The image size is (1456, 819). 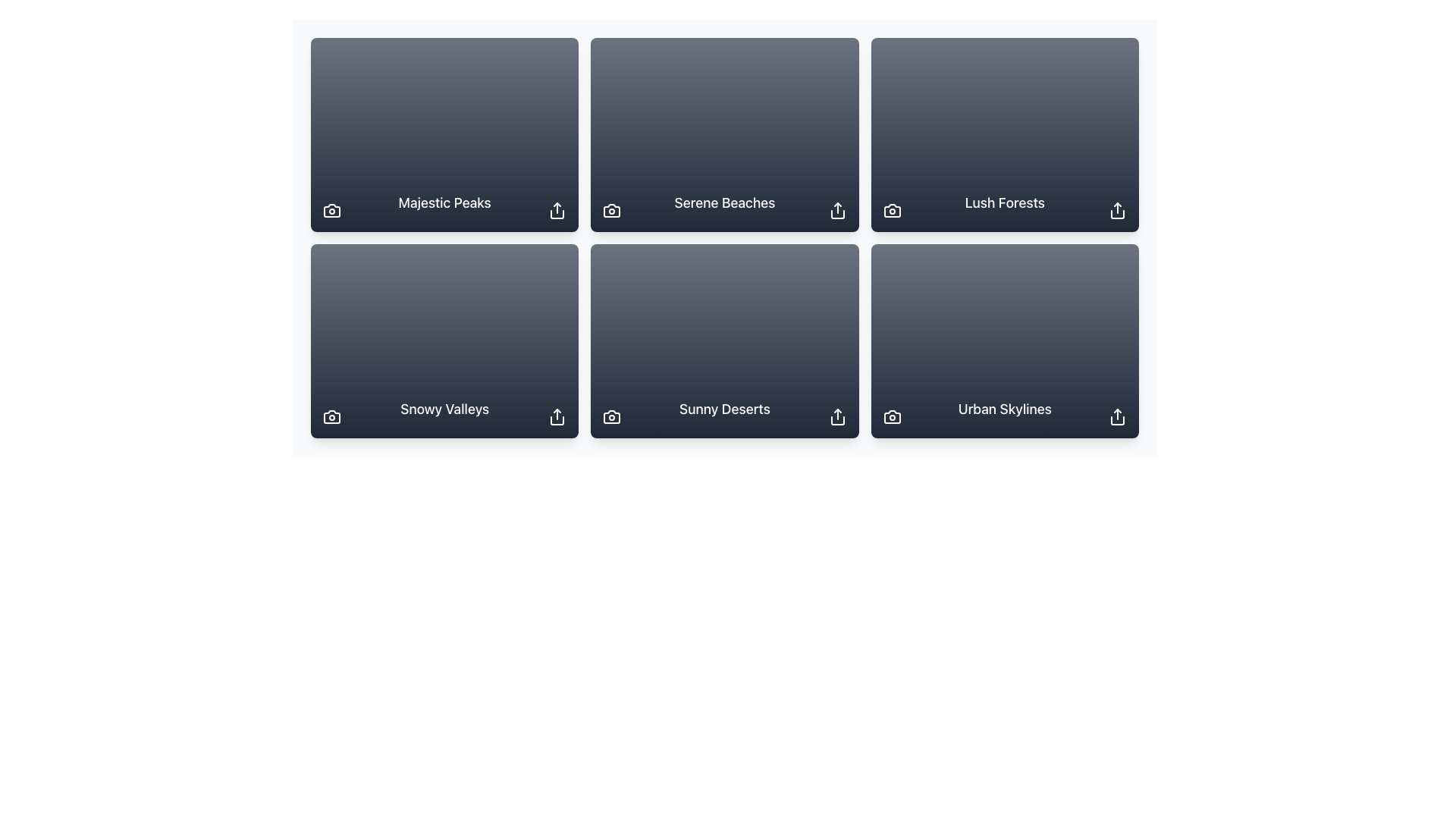 I want to click on text of the 'Lush Forests' label, which is a bold, white text label located in the upper-right card of a grid, centered in its card, so click(x=1005, y=202).